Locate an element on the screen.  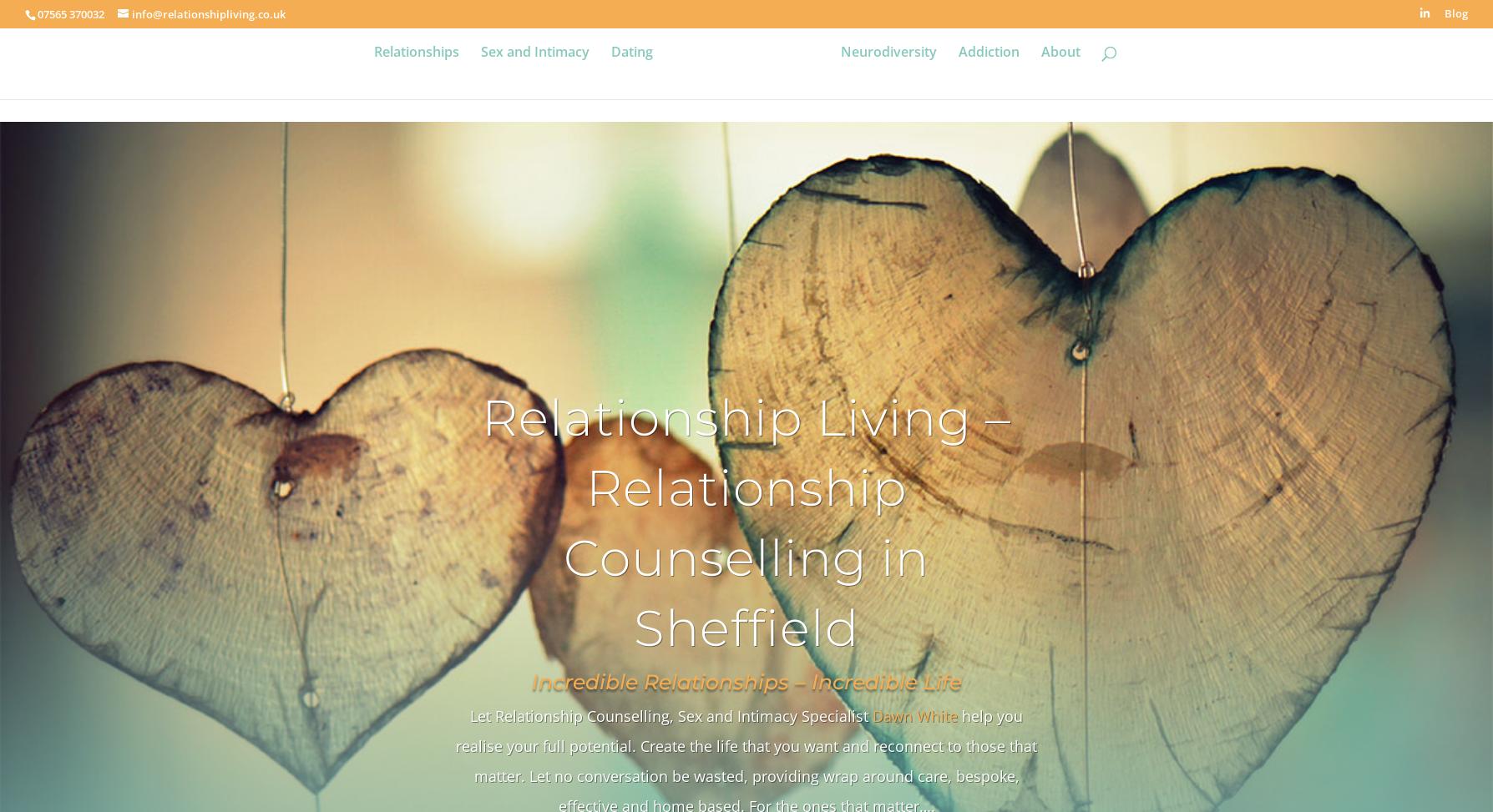
'Sex and Intimacy' is located at coordinates (480, 74).